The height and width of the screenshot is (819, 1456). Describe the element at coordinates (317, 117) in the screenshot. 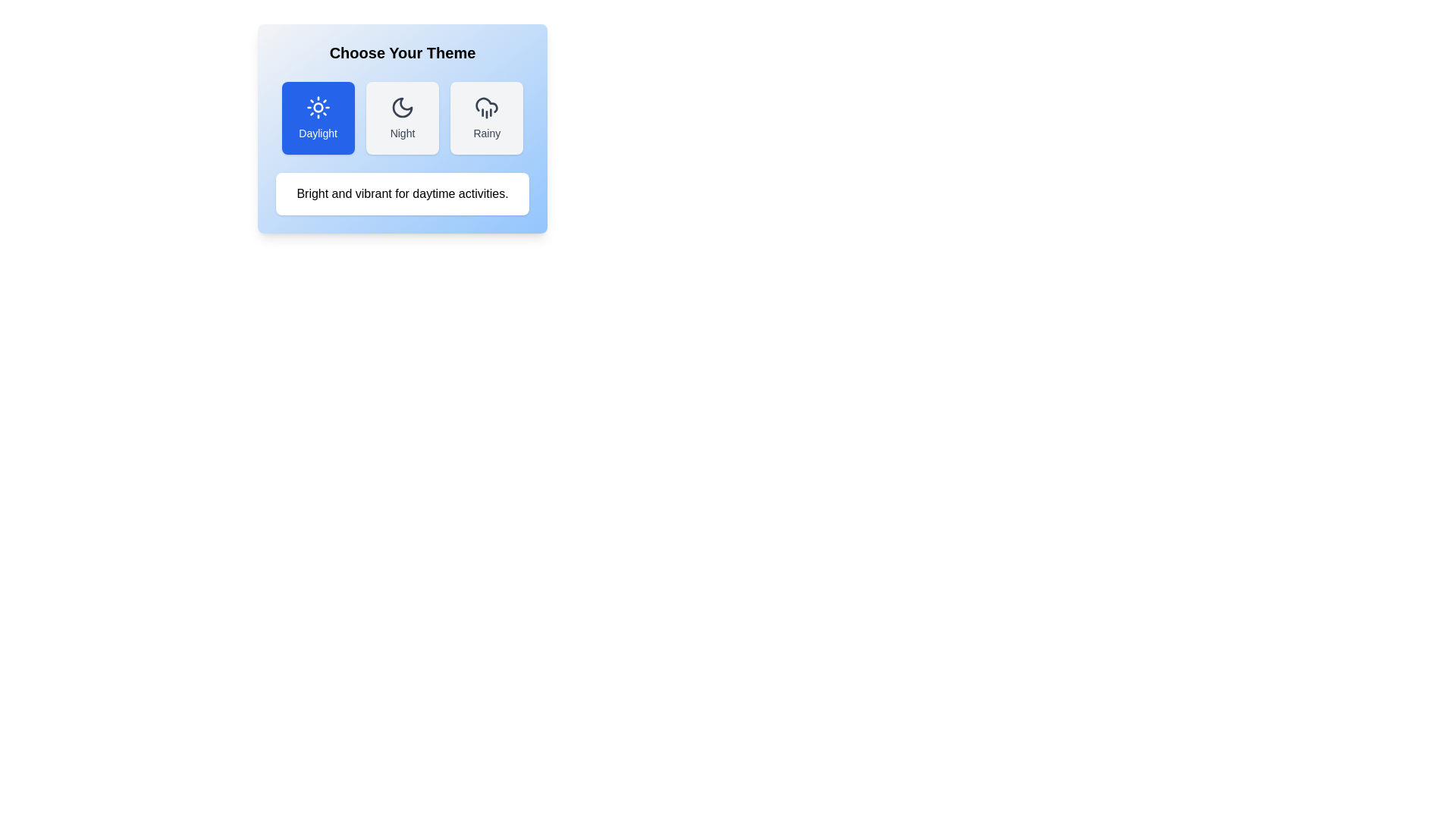

I see `the theme button corresponding to Daylight` at that location.